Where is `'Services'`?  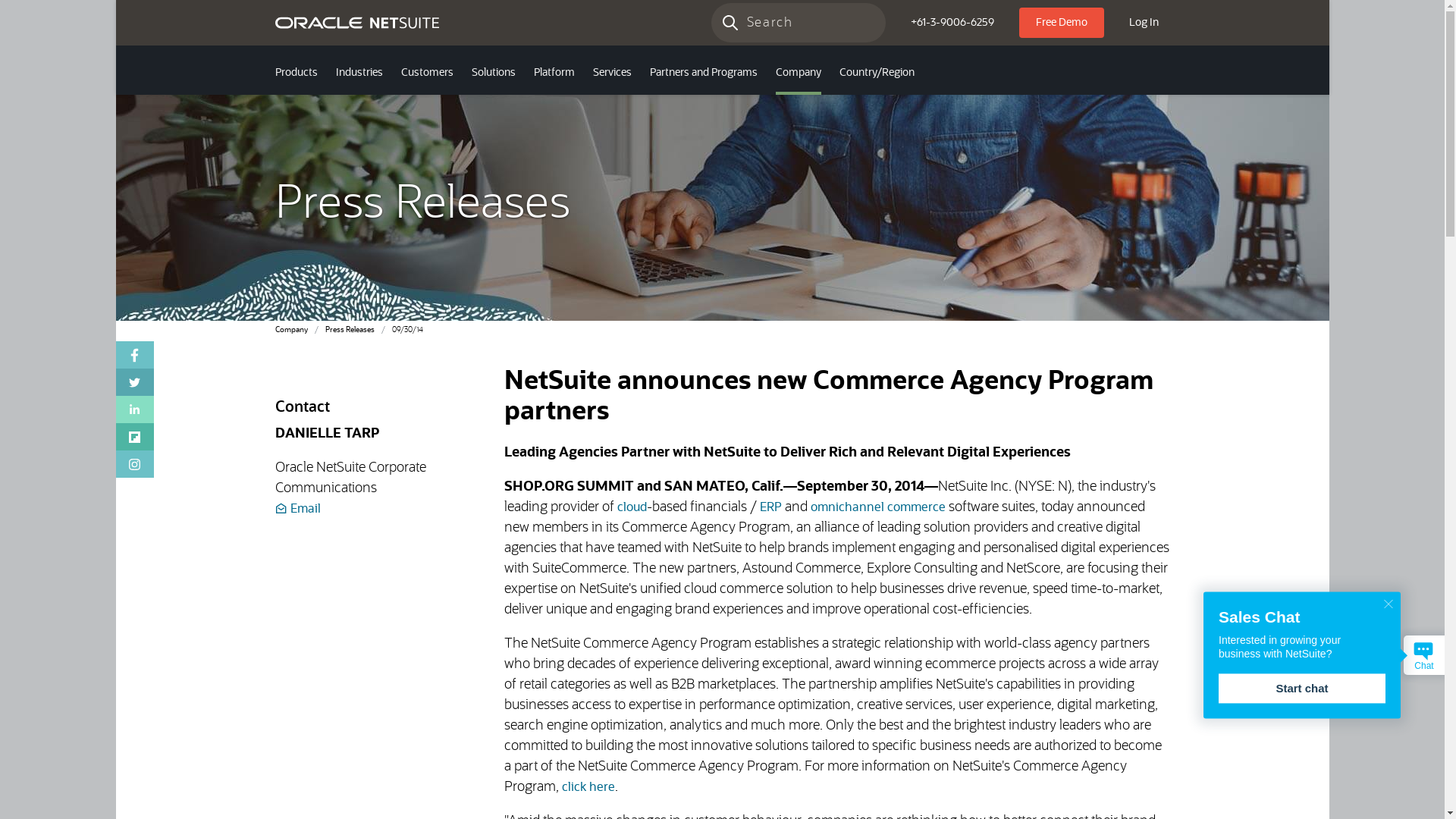
'Services' is located at coordinates (612, 74).